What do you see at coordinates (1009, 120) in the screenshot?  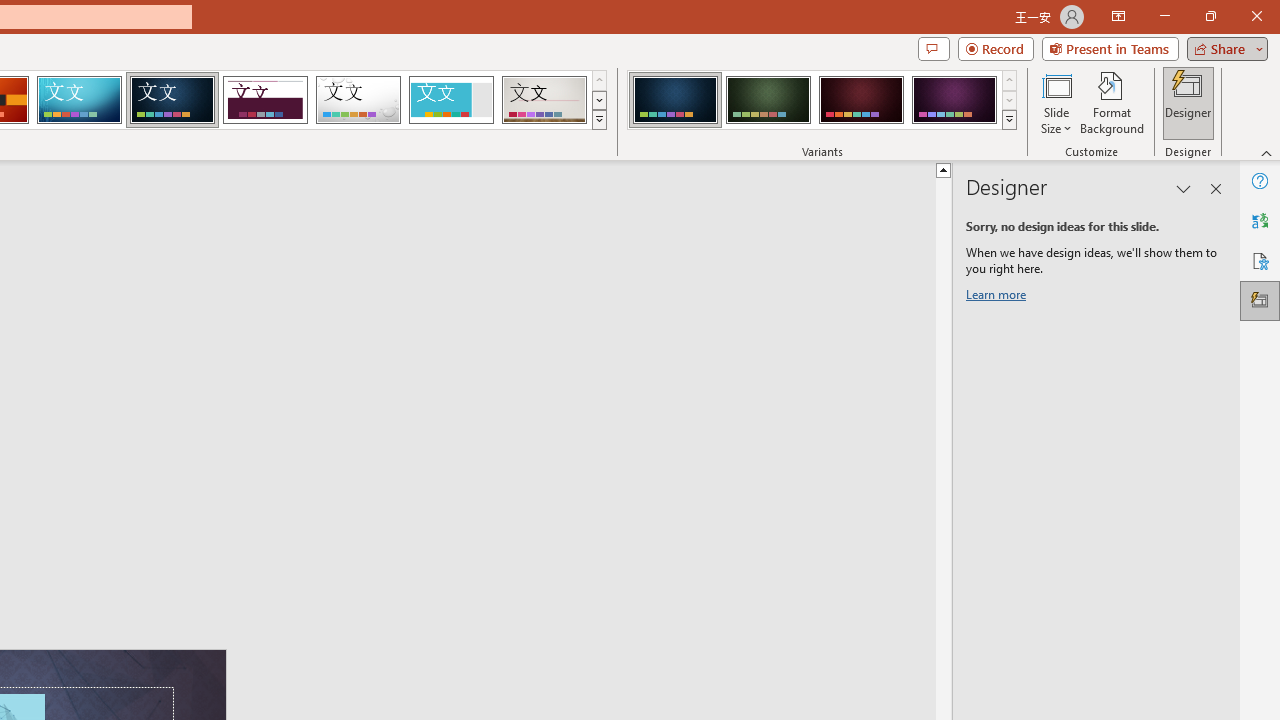 I see `'Variants'` at bounding box center [1009, 120].